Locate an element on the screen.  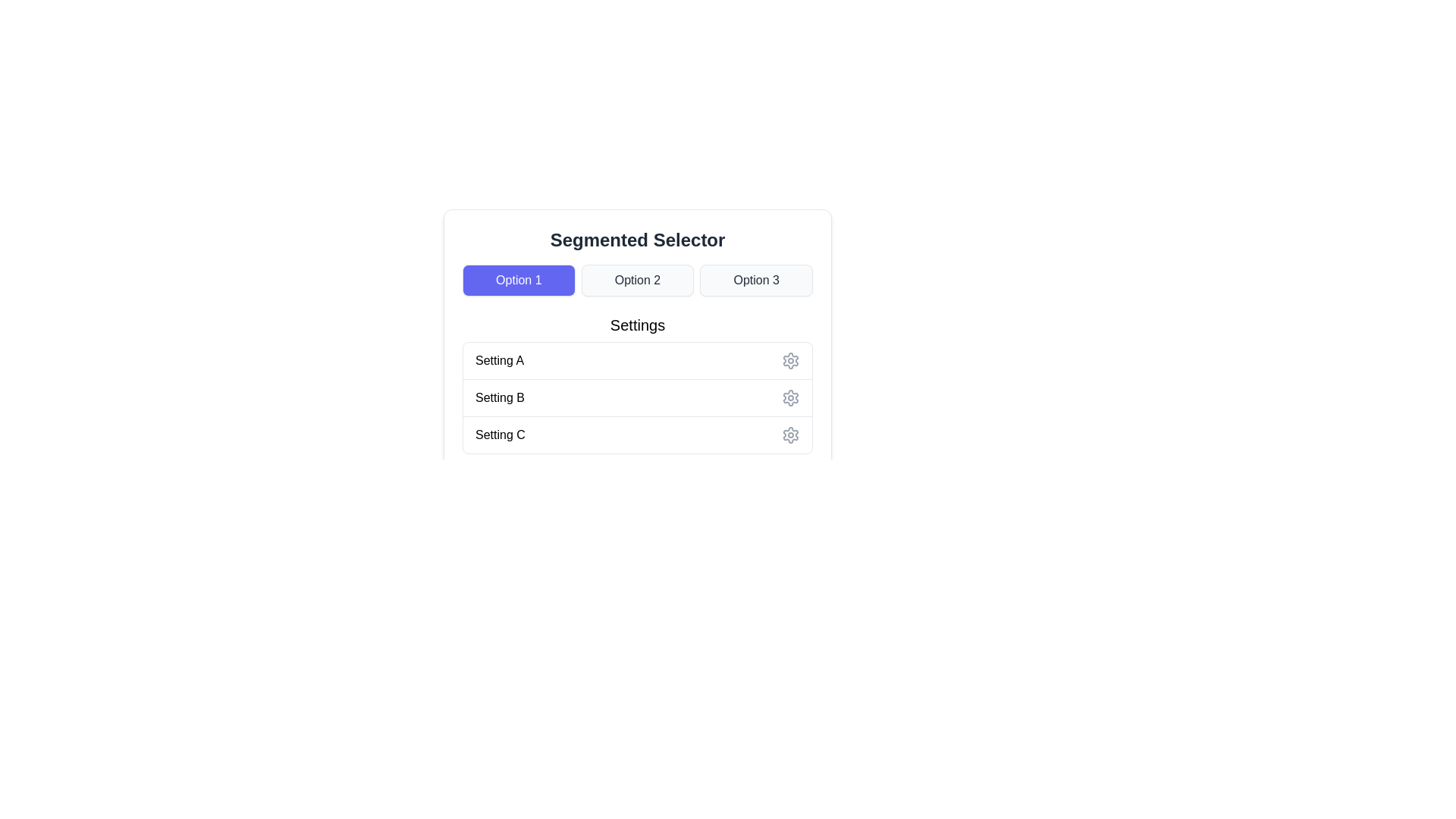
the first selectable list item labeled 'Setting A' is located at coordinates (637, 360).